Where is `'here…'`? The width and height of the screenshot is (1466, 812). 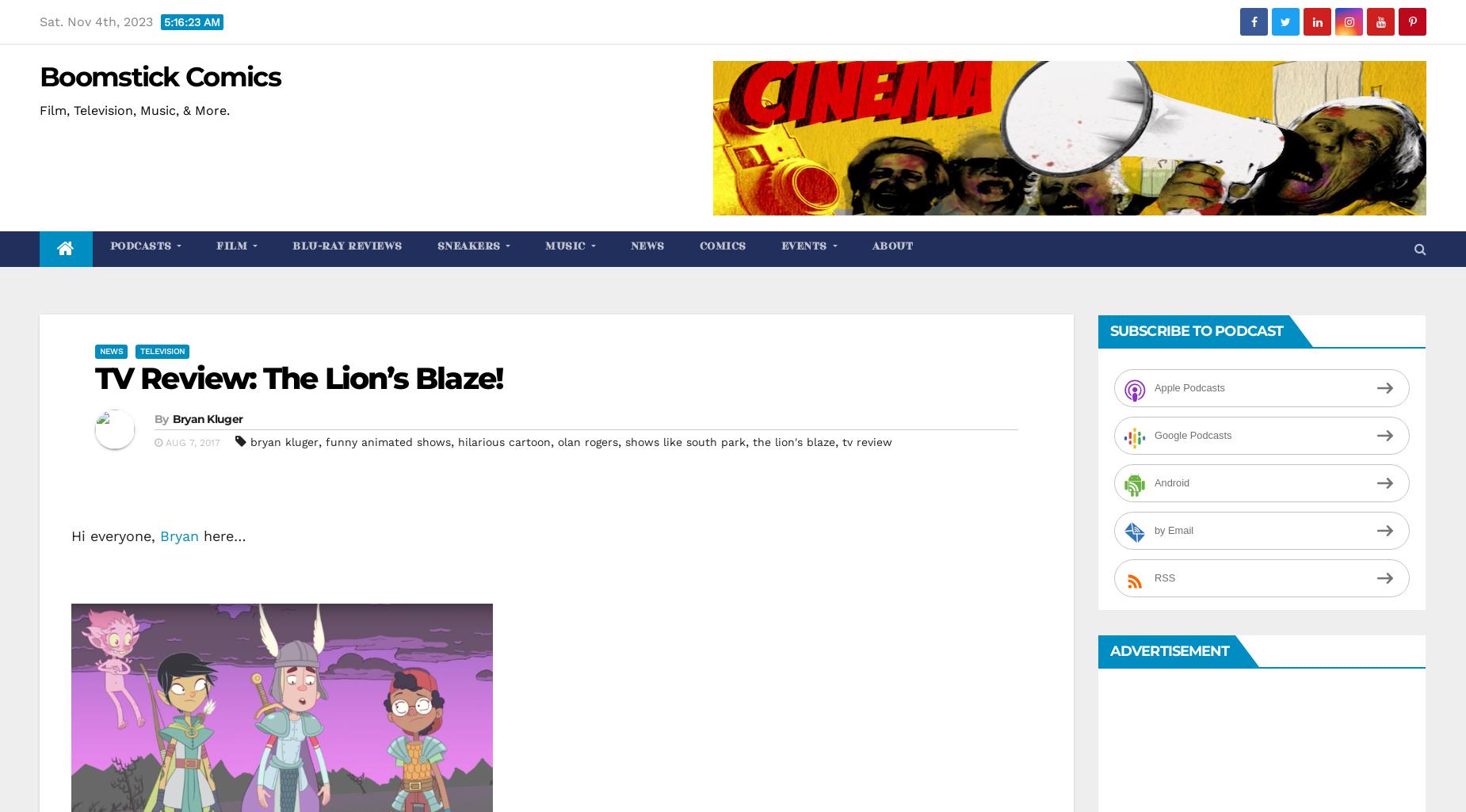 'here…' is located at coordinates (198, 535).